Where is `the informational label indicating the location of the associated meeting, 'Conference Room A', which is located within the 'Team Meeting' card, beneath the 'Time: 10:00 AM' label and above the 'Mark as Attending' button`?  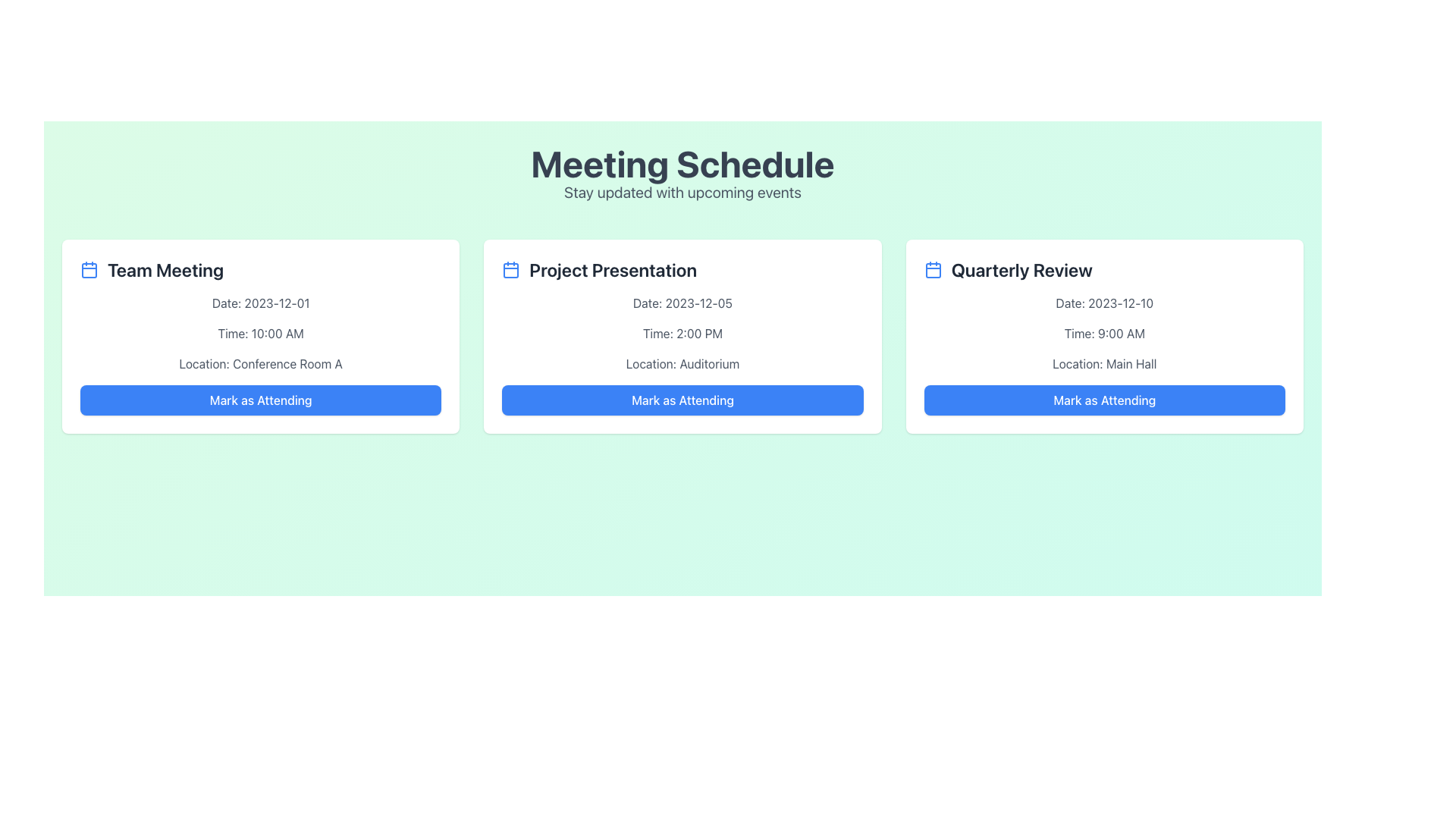
the informational label indicating the location of the associated meeting, 'Conference Room A', which is located within the 'Team Meeting' card, beneath the 'Time: 10:00 AM' label and above the 'Mark as Attending' button is located at coordinates (261, 363).